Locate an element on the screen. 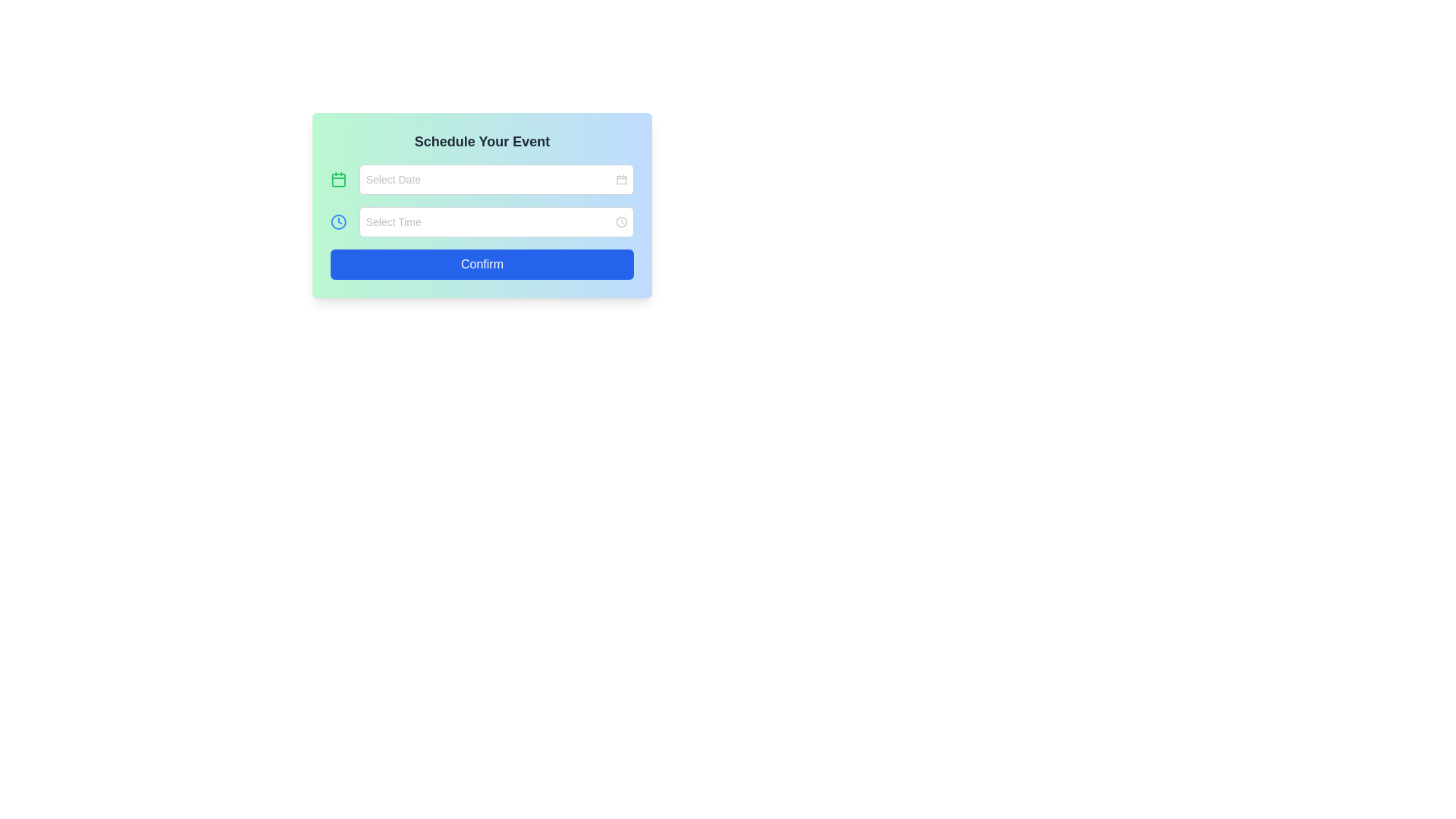 The width and height of the screenshot is (1456, 819). a date from the text input field labeled 'Select Date' in the 'Schedule Your Event' form panel is located at coordinates (489, 178).